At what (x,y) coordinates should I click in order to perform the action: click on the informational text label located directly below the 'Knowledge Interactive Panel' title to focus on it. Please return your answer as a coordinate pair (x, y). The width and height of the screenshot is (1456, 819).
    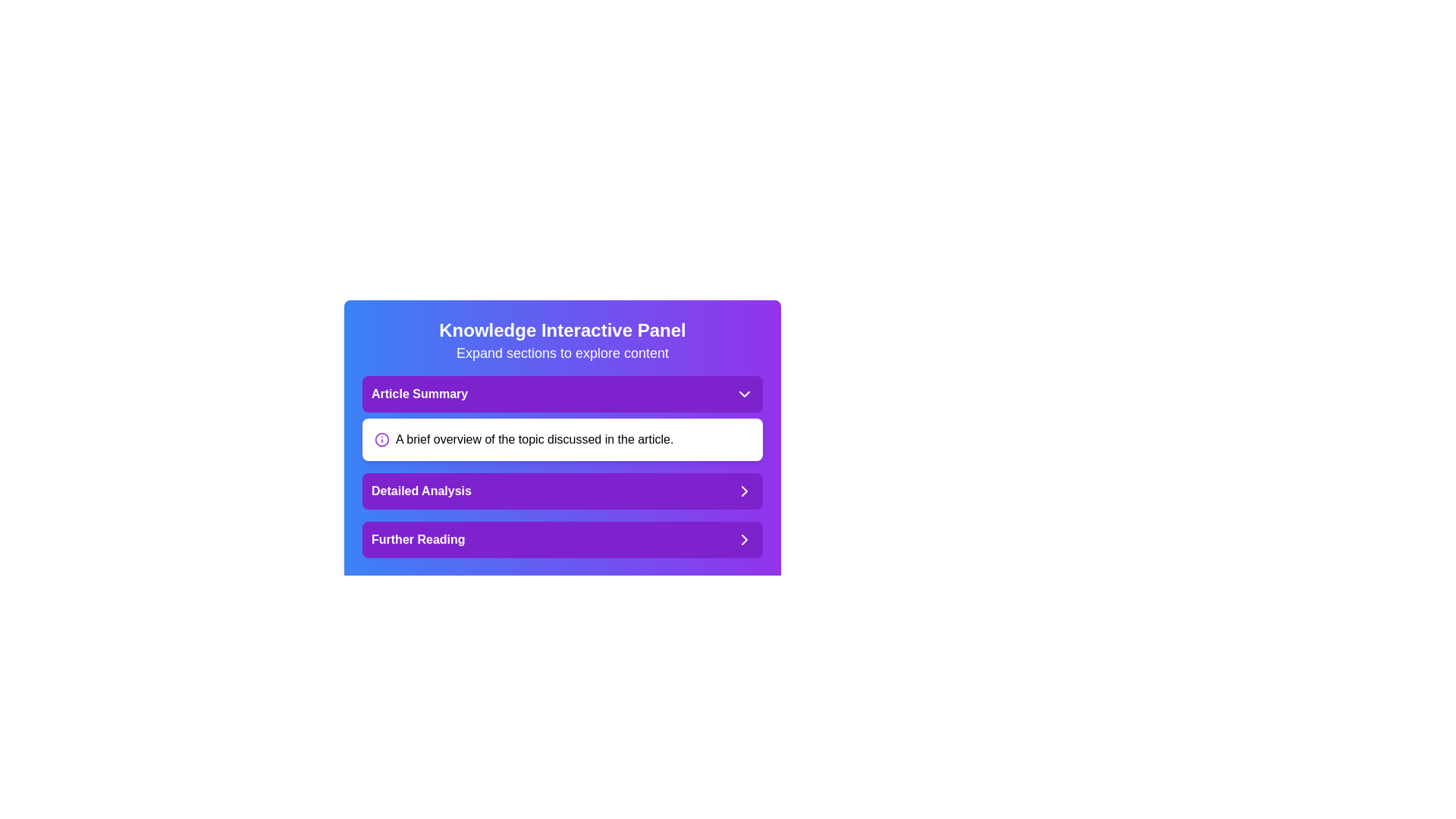
    Looking at the image, I should click on (562, 353).